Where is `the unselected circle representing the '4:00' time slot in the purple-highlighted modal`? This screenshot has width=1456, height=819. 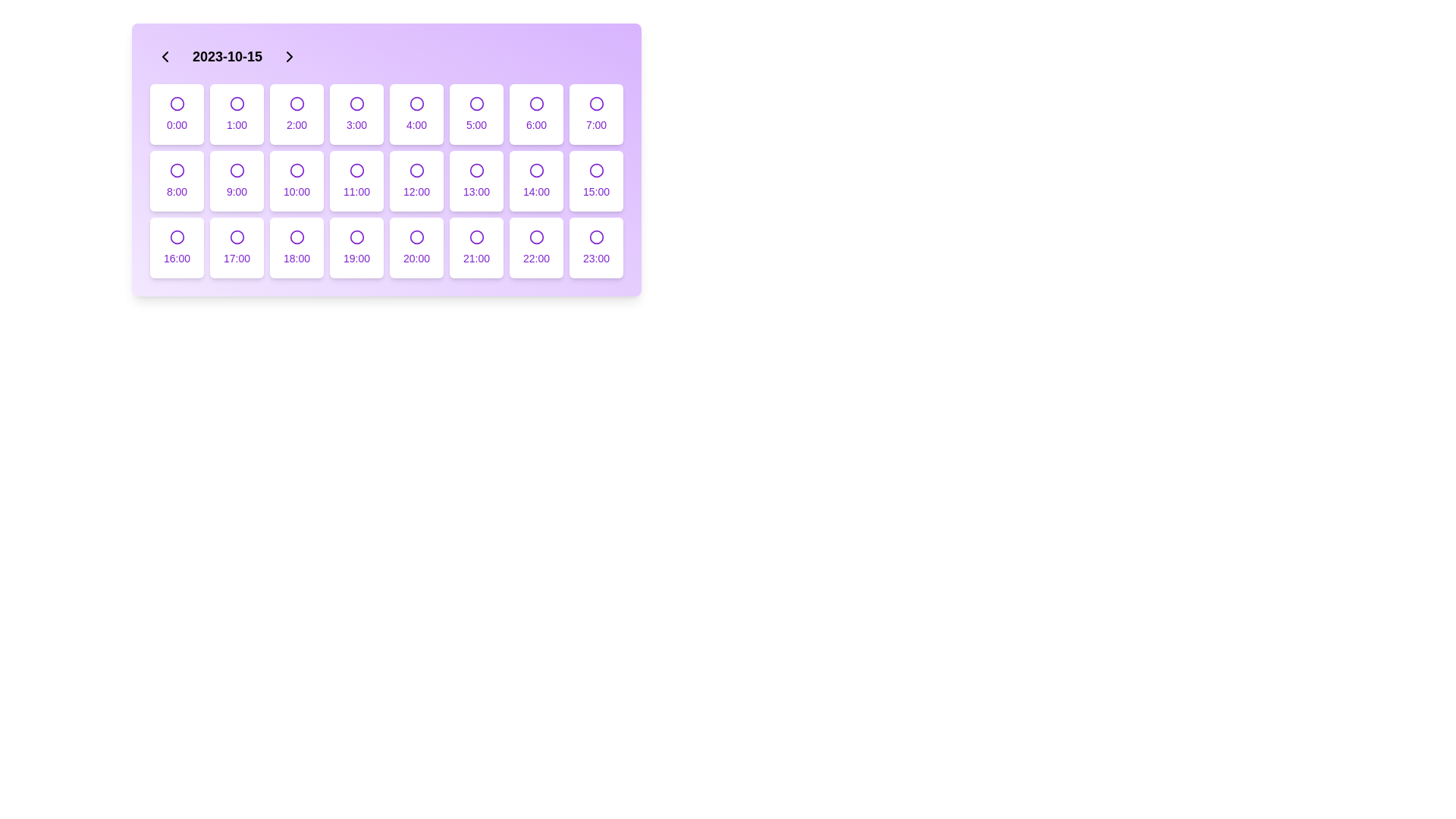 the unselected circle representing the '4:00' time slot in the purple-highlighted modal is located at coordinates (416, 103).